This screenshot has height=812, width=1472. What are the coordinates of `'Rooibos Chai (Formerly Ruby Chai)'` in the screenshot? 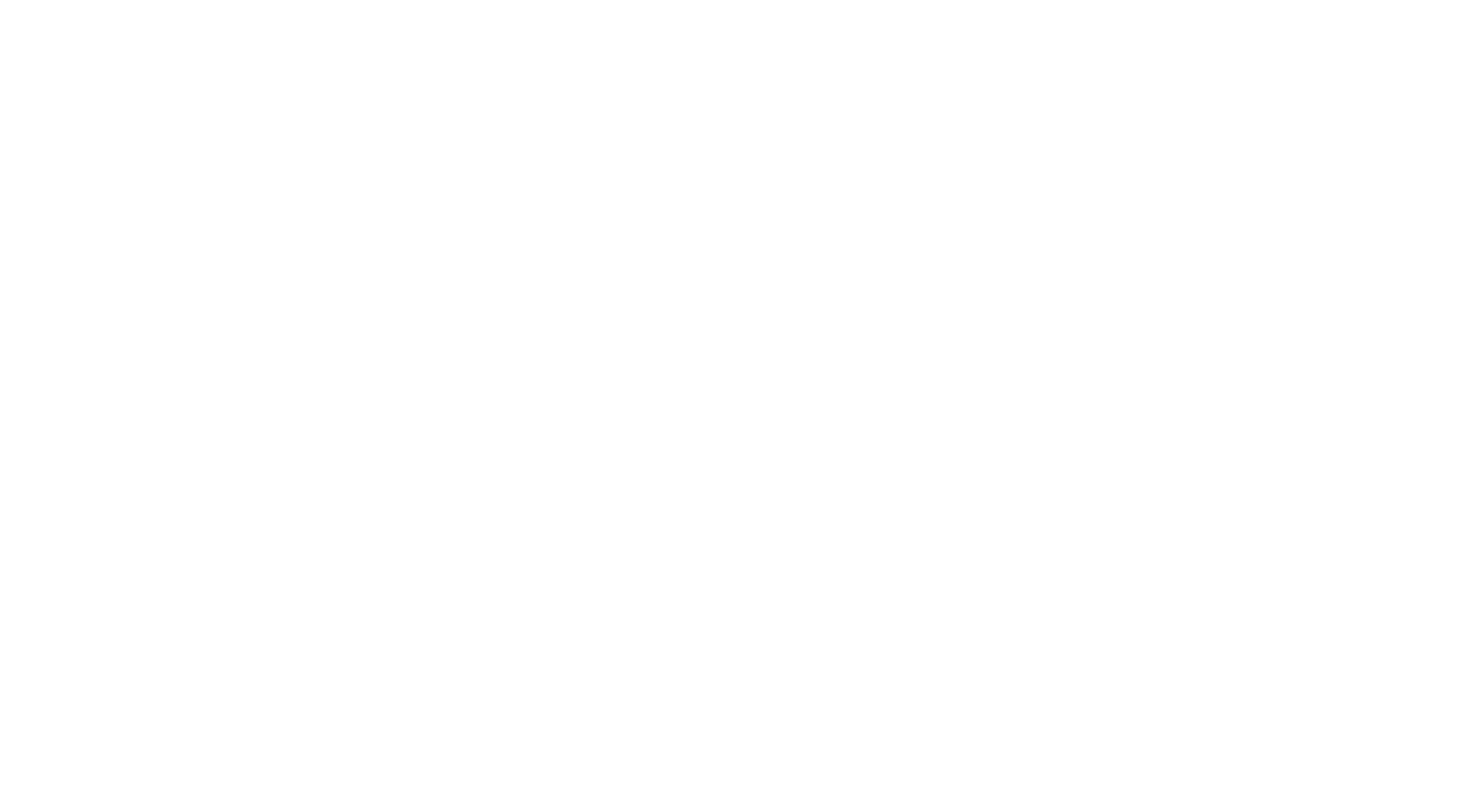 It's located at (1084, 361).